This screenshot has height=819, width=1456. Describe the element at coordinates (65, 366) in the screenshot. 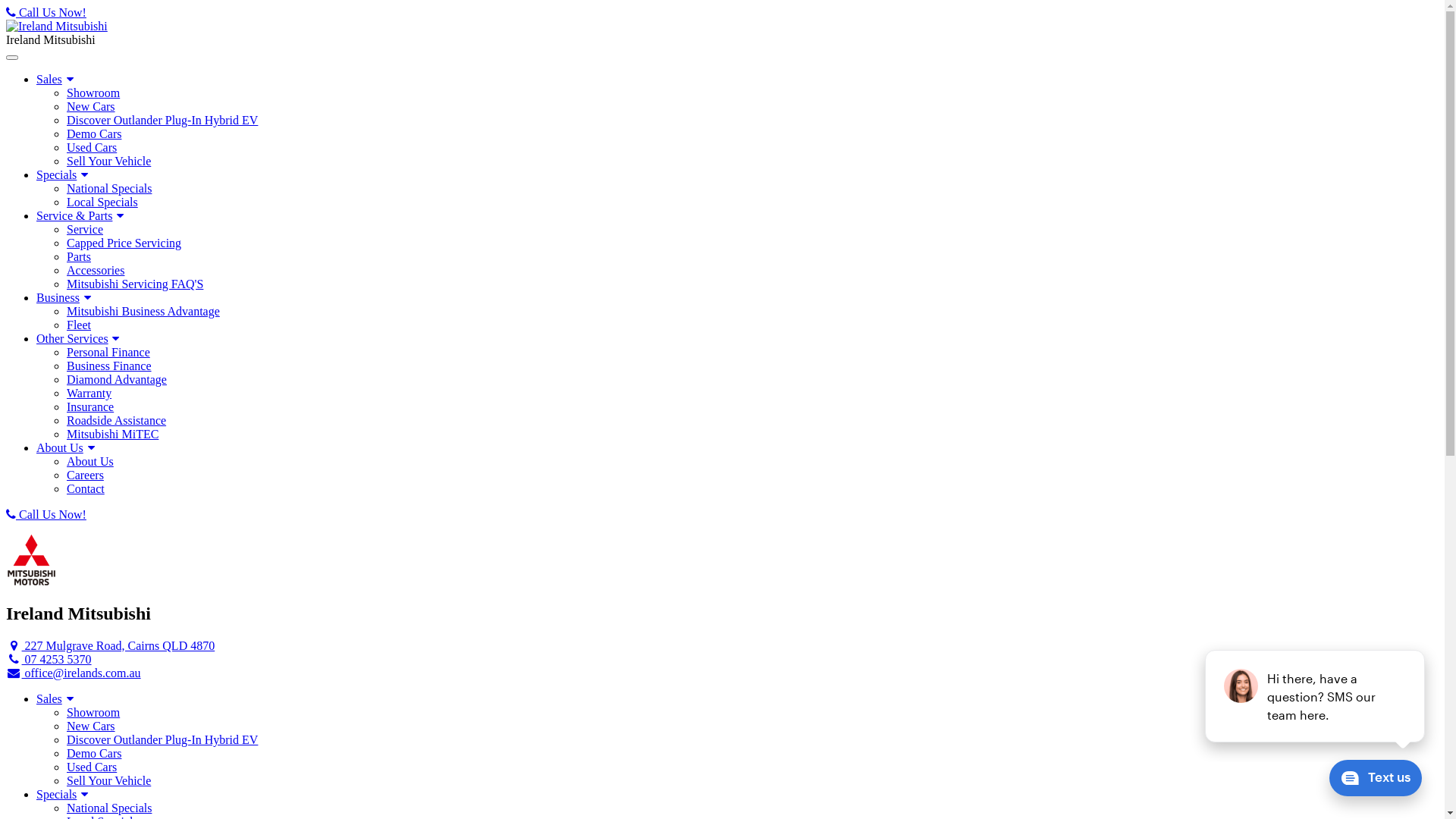

I see `'Business Finance'` at that location.